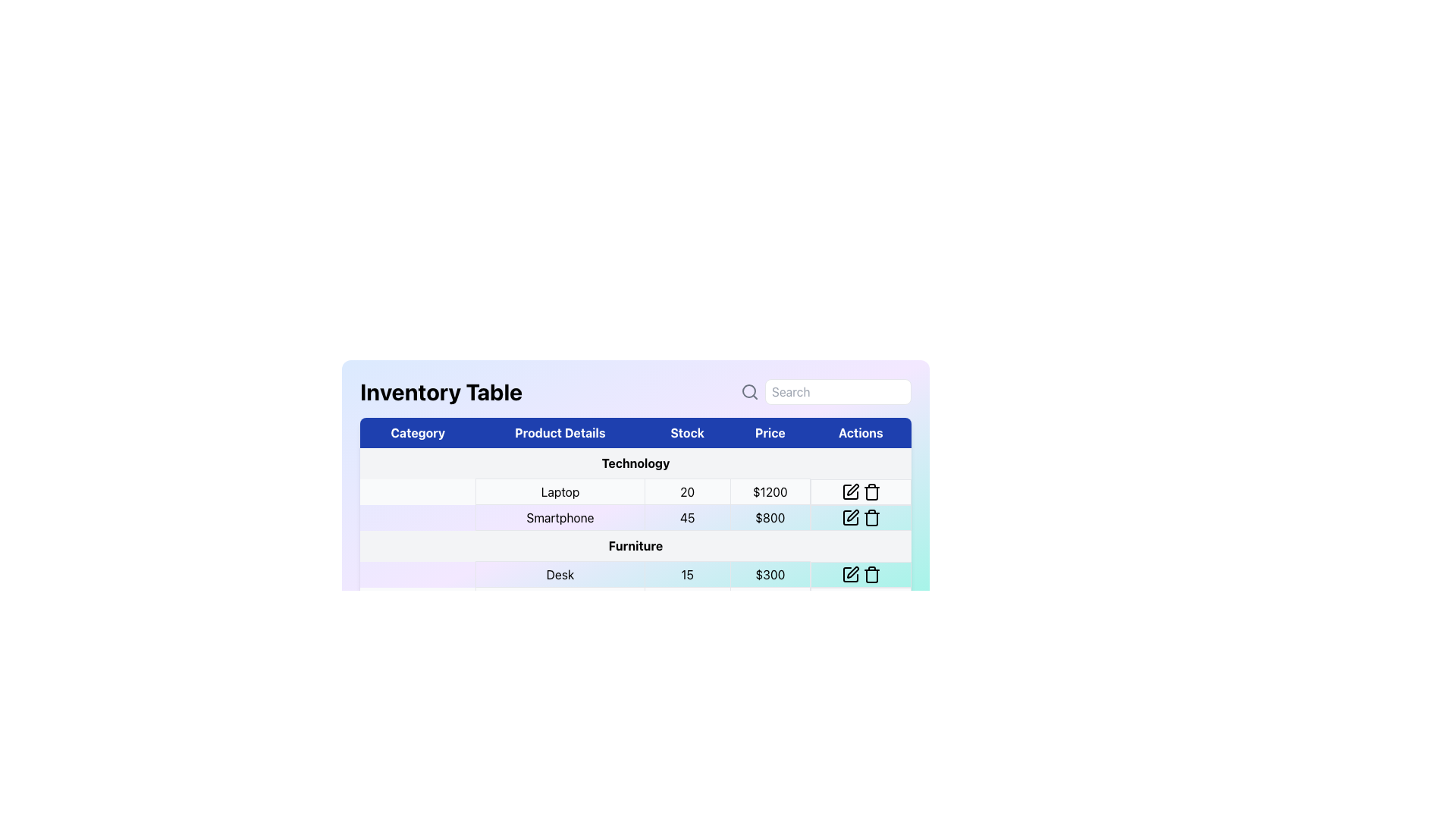  Describe the element at coordinates (770, 432) in the screenshot. I see `the 'Price' column header in the table` at that location.